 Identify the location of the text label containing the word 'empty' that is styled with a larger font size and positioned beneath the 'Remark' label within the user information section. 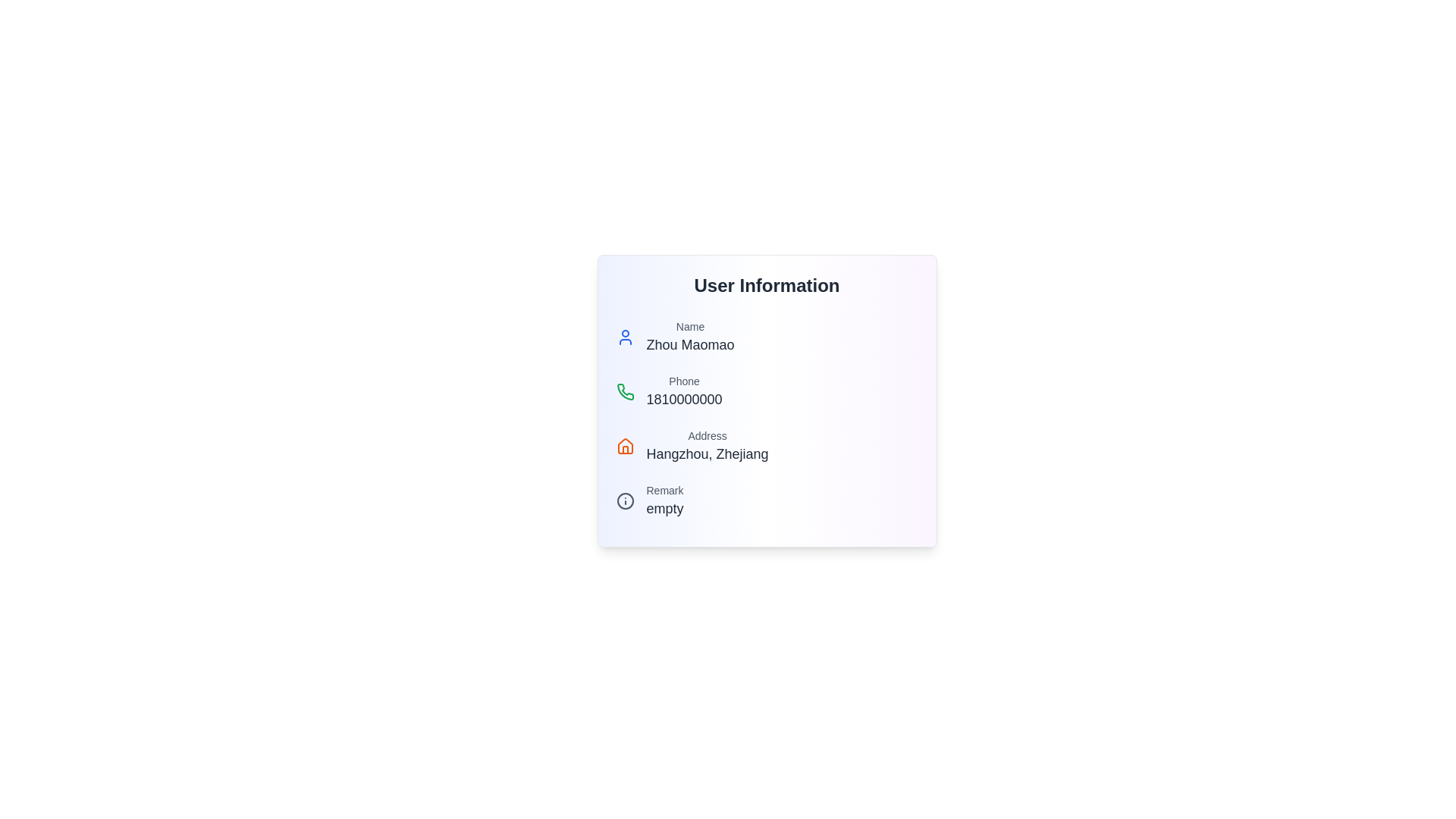
(665, 509).